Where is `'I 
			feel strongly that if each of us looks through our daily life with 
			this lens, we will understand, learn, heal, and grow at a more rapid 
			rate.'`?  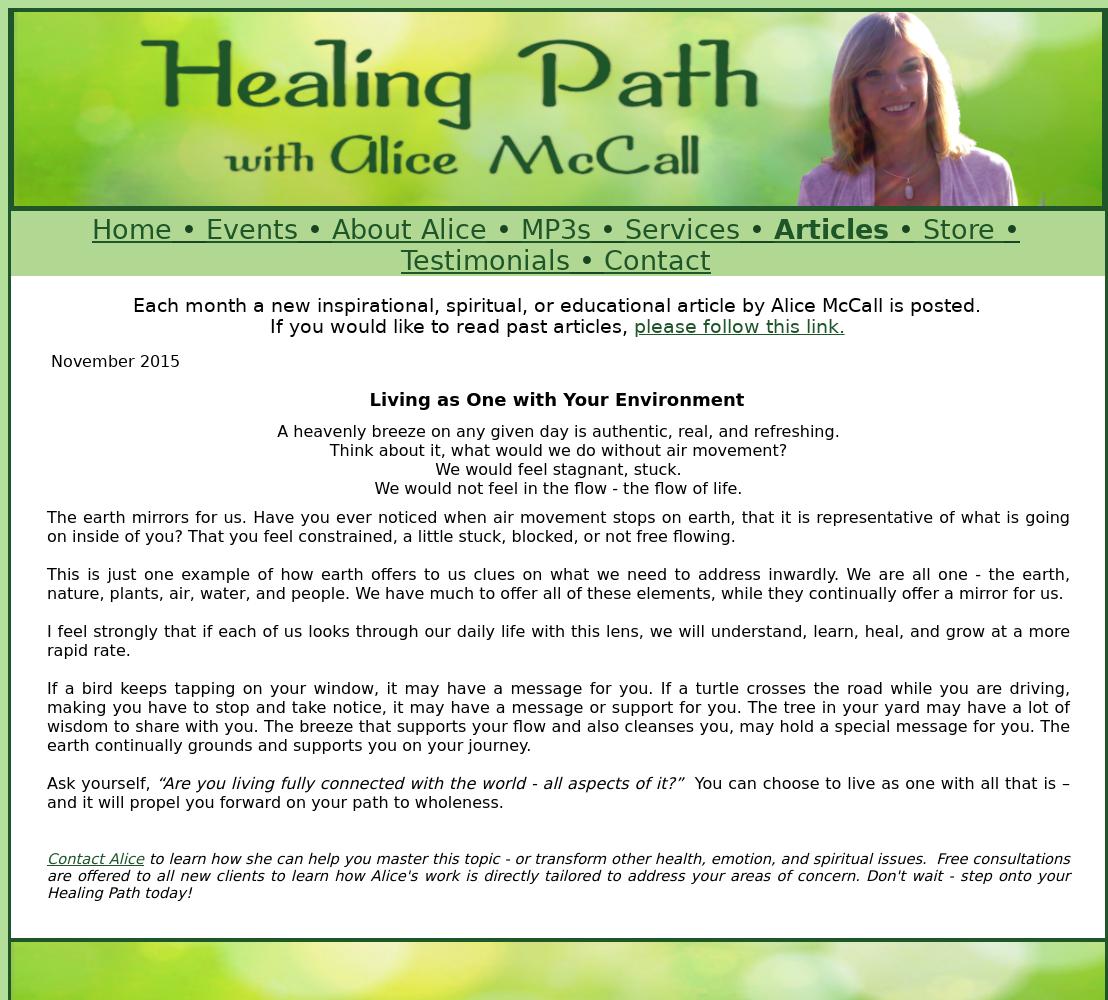 'I 
			feel strongly that if each of us looks through our daily life with 
			this lens, we will understand, learn, heal, and grow at a more rapid 
			rate.' is located at coordinates (558, 641).